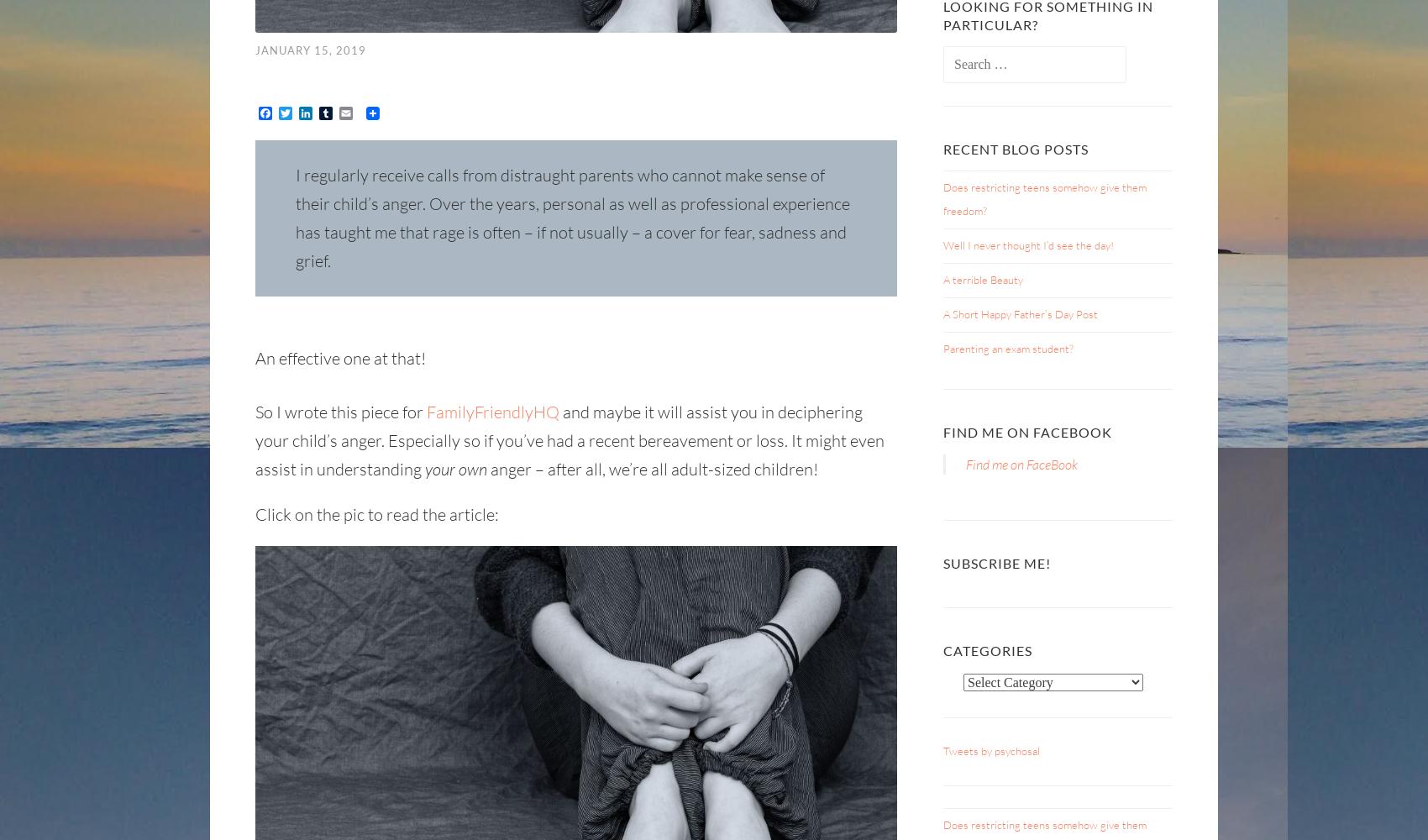  I want to click on 'Subscribe me!', so click(995, 562).